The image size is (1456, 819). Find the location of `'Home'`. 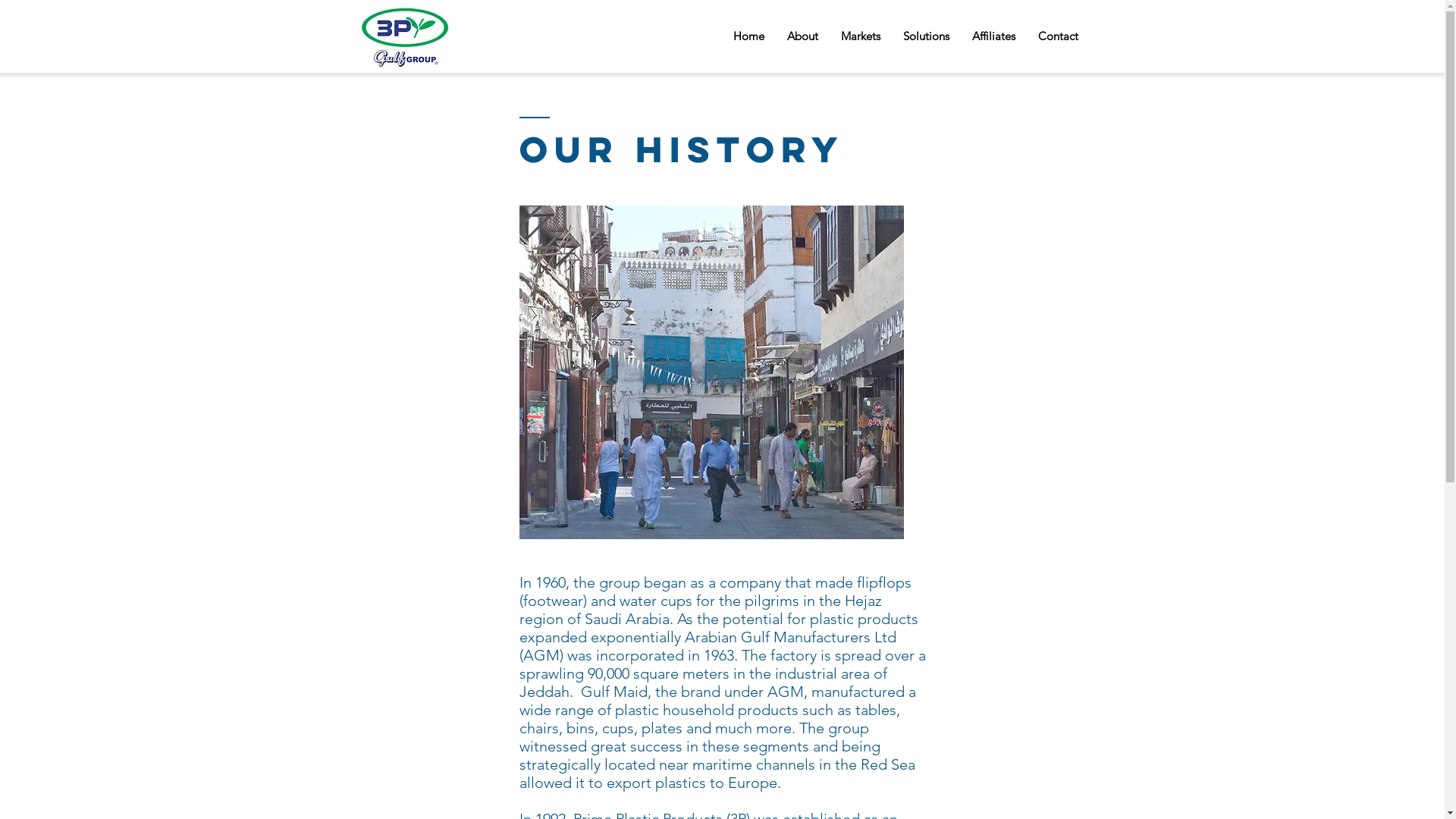

'Home' is located at coordinates (748, 35).